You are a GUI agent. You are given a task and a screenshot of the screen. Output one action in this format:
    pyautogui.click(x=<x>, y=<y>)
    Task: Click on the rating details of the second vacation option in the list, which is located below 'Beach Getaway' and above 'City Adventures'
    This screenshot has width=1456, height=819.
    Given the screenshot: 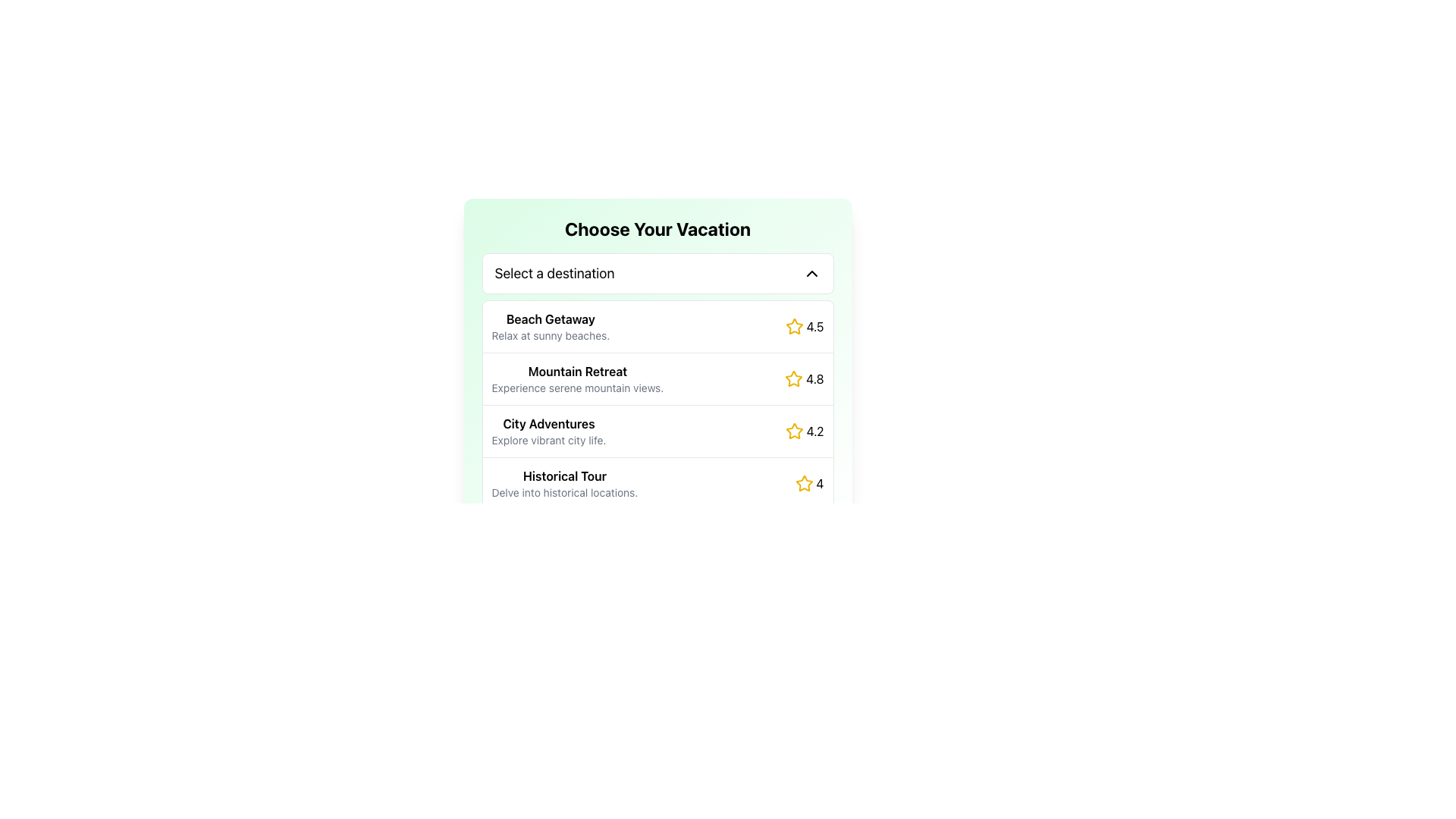 What is the action you would take?
    pyautogui.click(x=657, y=378)
    